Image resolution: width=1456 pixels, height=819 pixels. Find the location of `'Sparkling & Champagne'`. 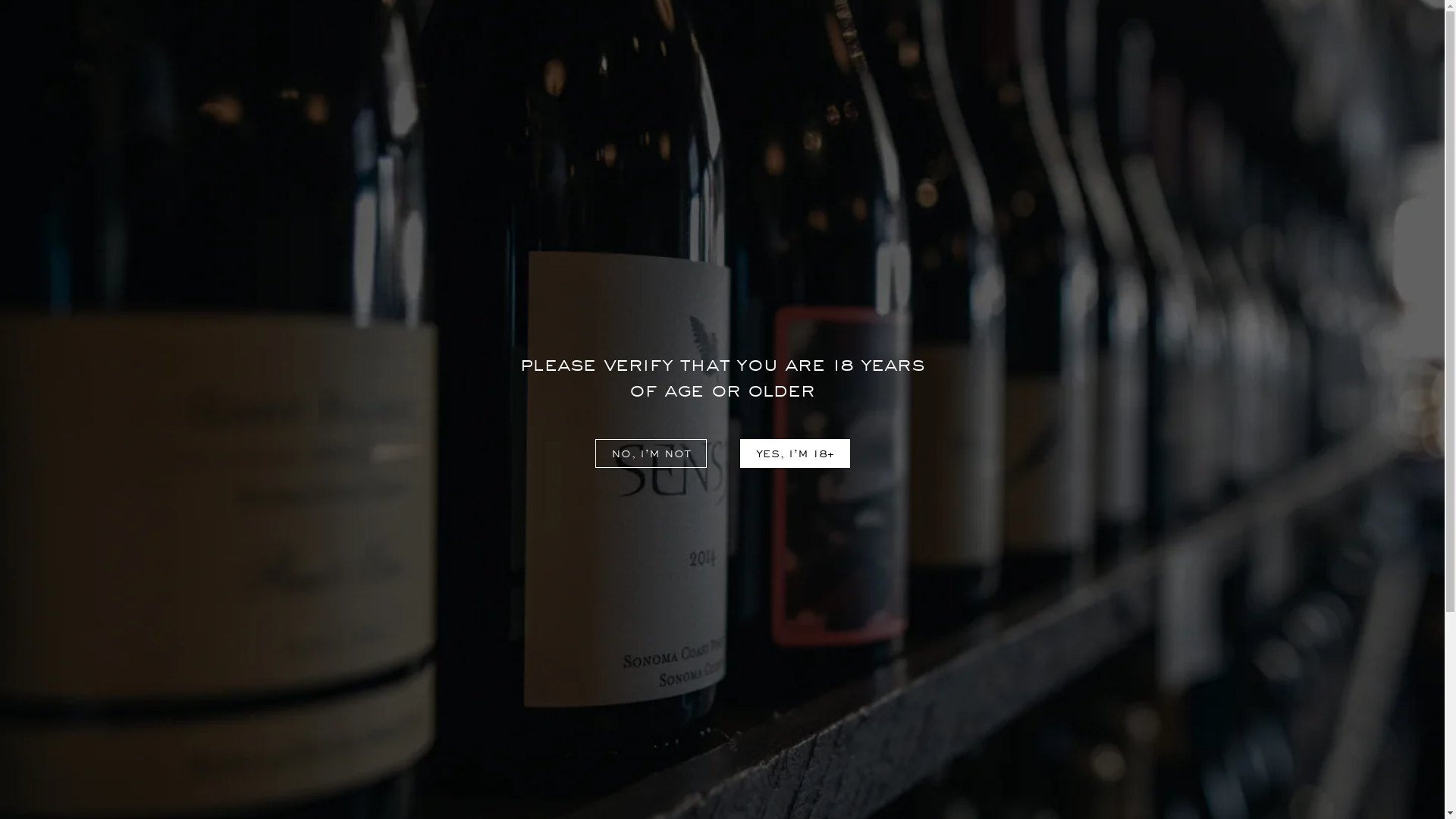

'Sparkling & Champagne' is located at coordinates (694, 87).